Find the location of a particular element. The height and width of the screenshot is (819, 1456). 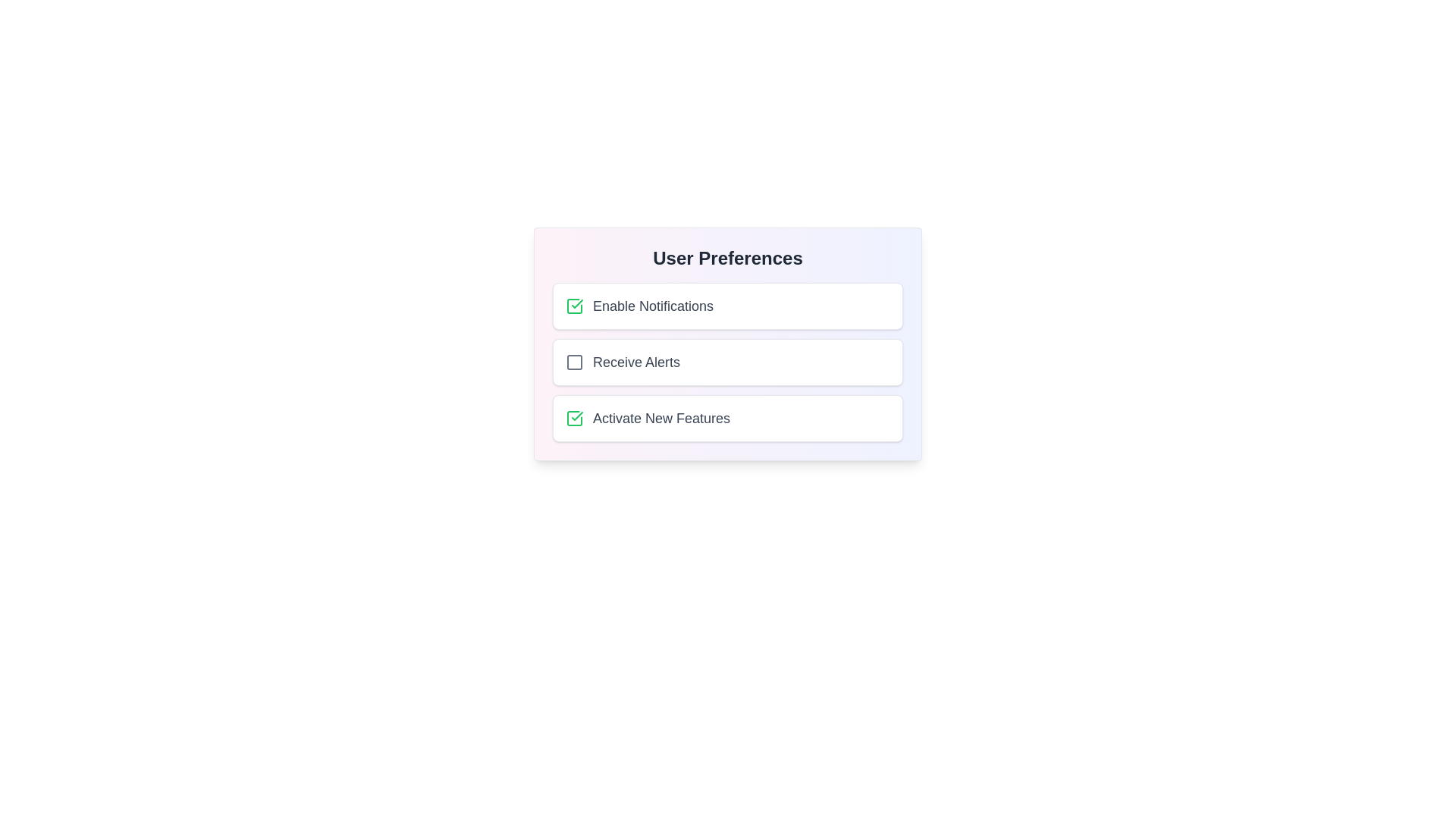

the 'Receive Alerts' checkbox option is located at coordinates (728, 362).